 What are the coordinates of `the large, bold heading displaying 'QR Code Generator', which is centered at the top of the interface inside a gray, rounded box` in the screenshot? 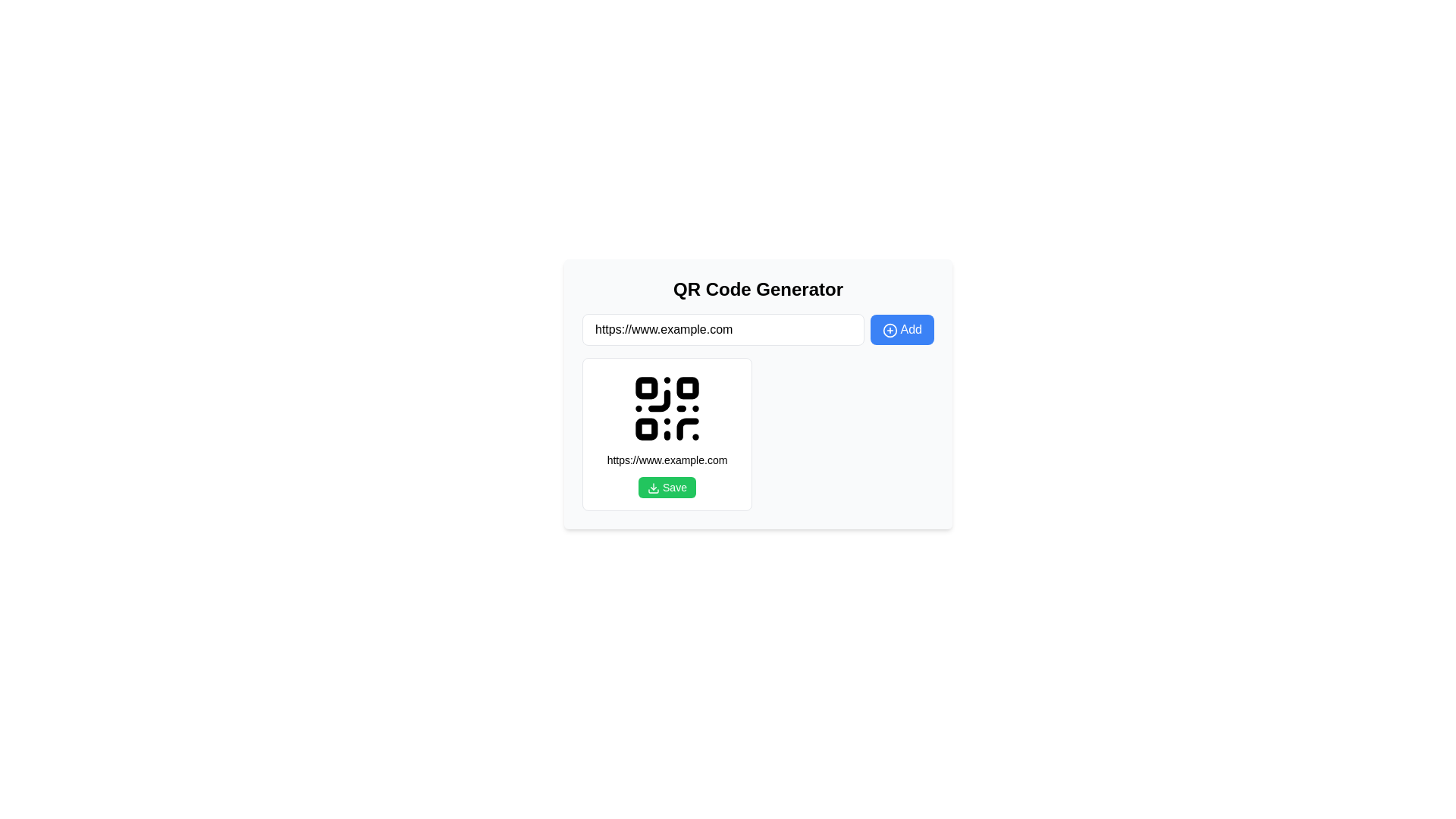 It's located at (758, 289).